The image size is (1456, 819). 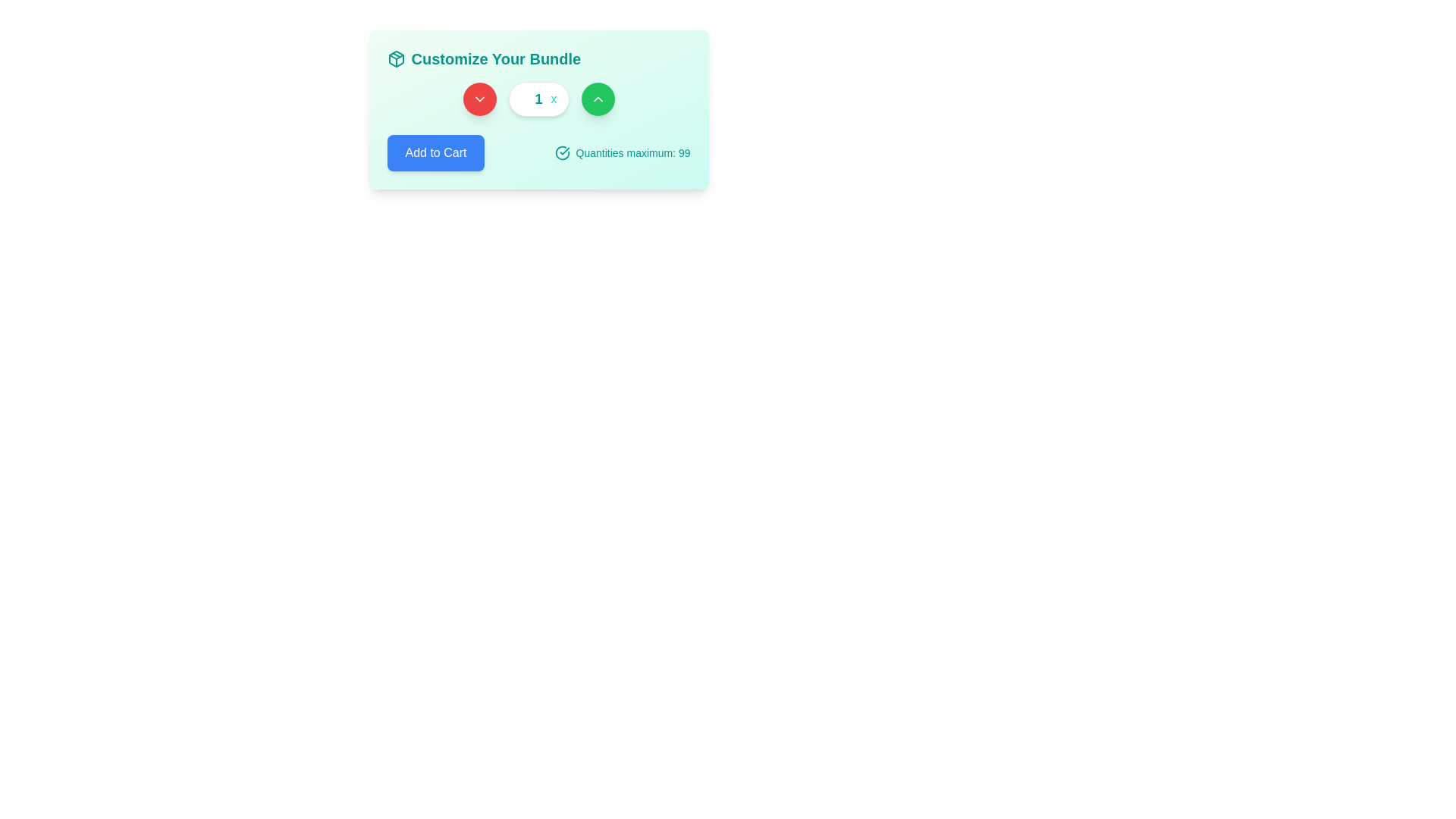 I want to click on the decrement button located between the green circular increment button and the white numeric input box to decrement the displayed value, so click(x=479, y=99).